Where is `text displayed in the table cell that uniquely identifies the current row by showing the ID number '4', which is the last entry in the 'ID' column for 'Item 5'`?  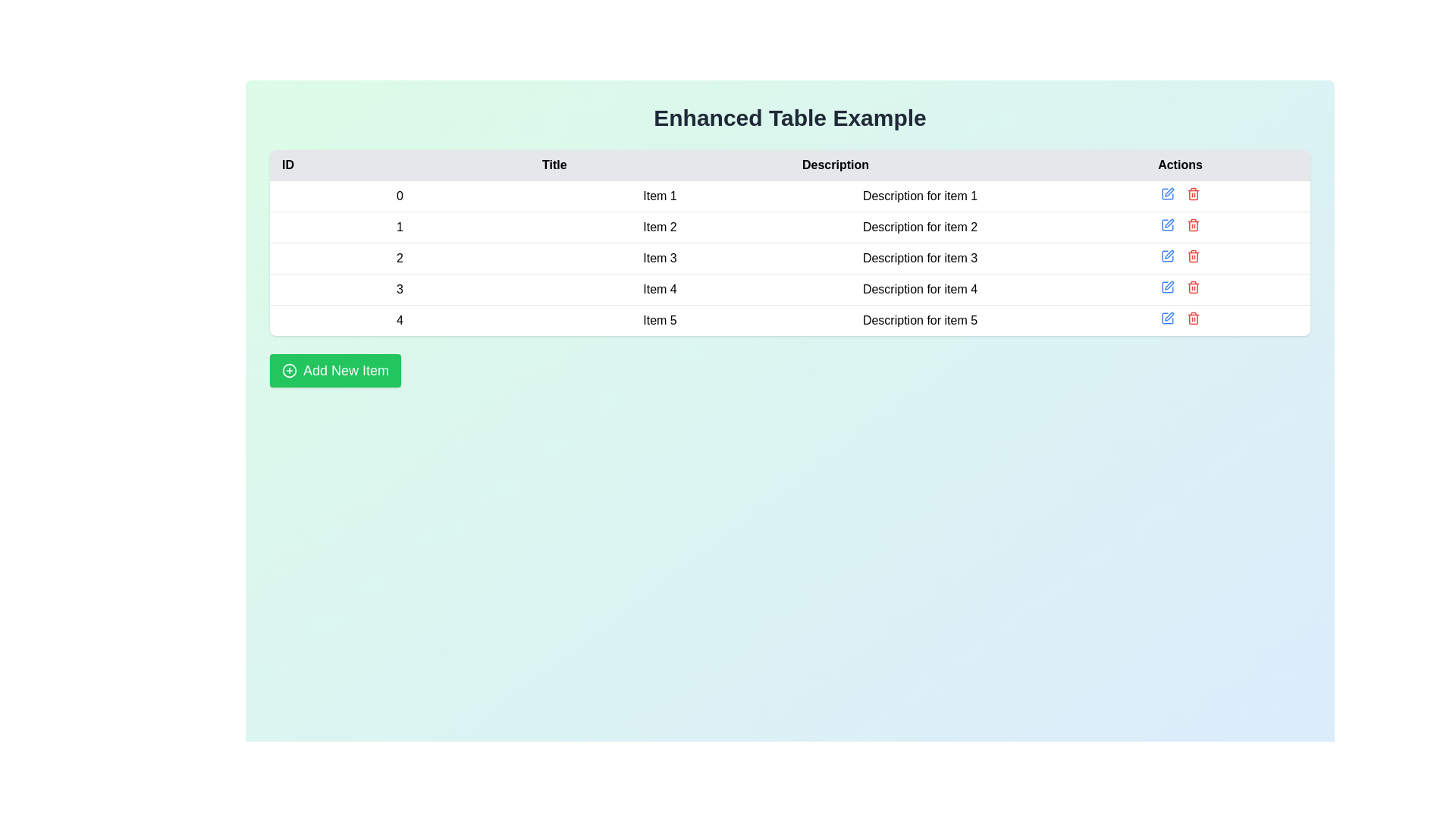
text displayed in the table cell that uniquely identifies the current row by showing the ID number '4', which is the last entry in the 'ID' column for 'Item 5' is located at coordinates (400, 319).